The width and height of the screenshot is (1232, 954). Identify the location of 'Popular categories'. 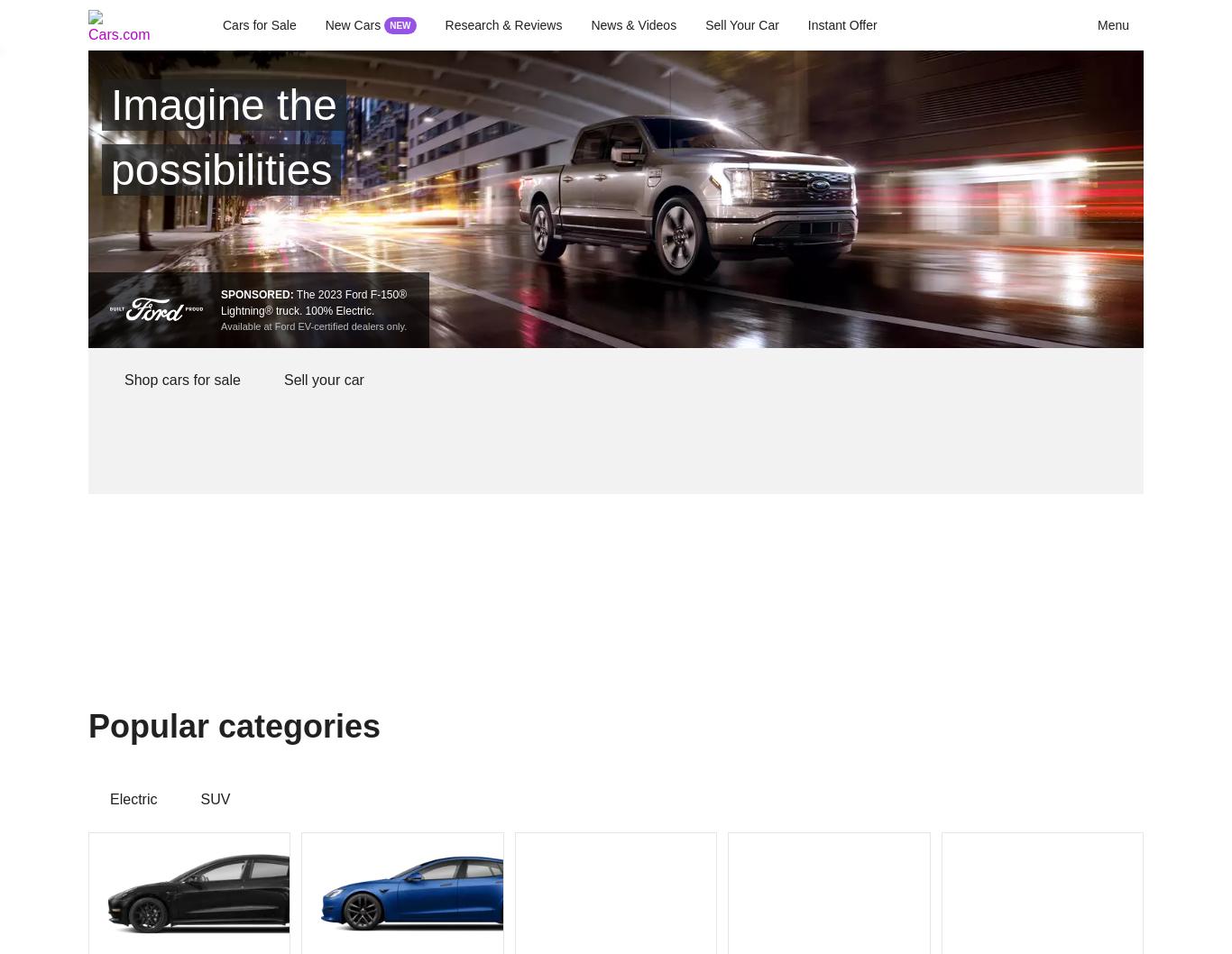
(87, 725).